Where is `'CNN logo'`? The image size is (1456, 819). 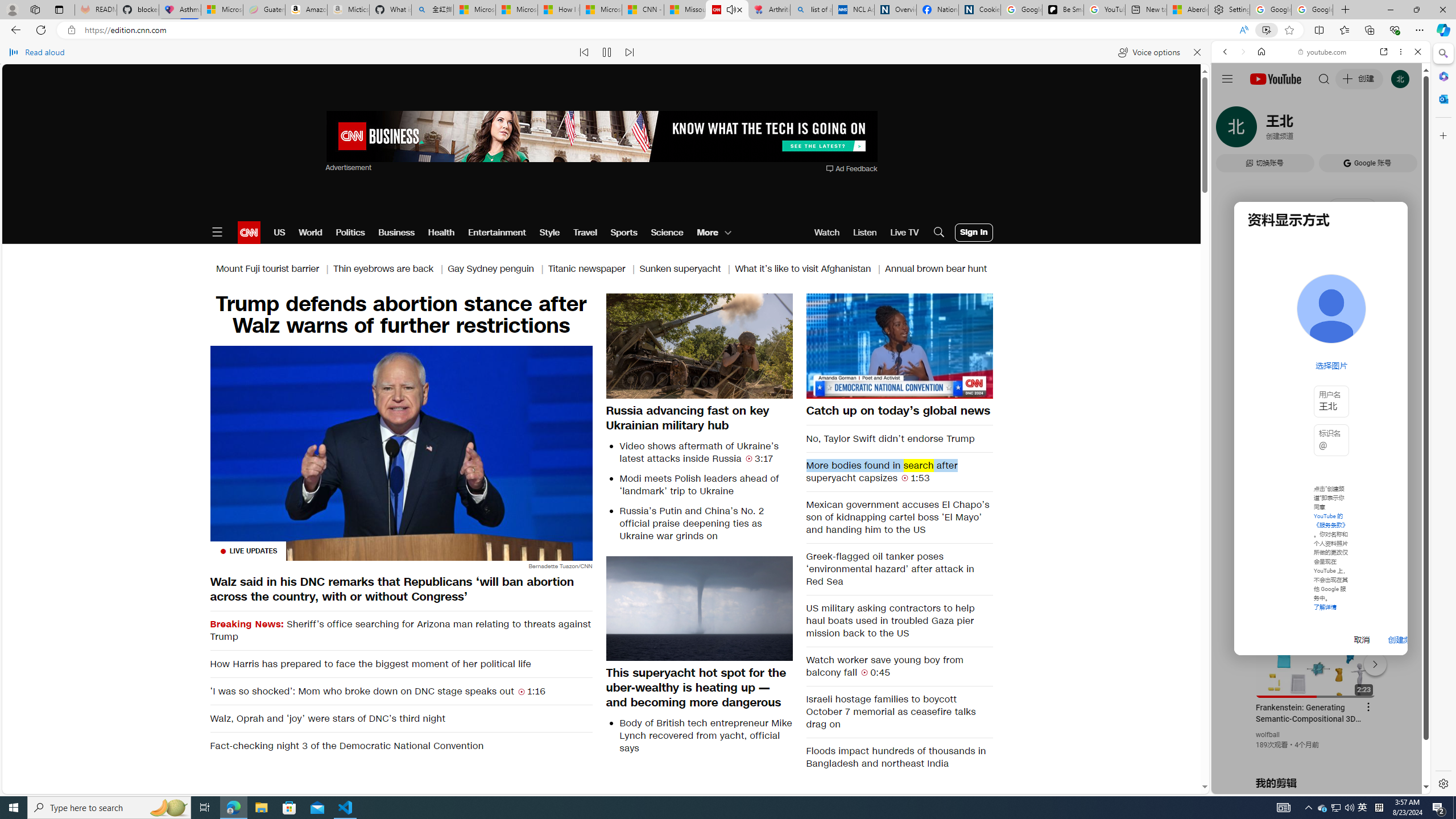
'CNN logo' is located at coordinates (248, 231).